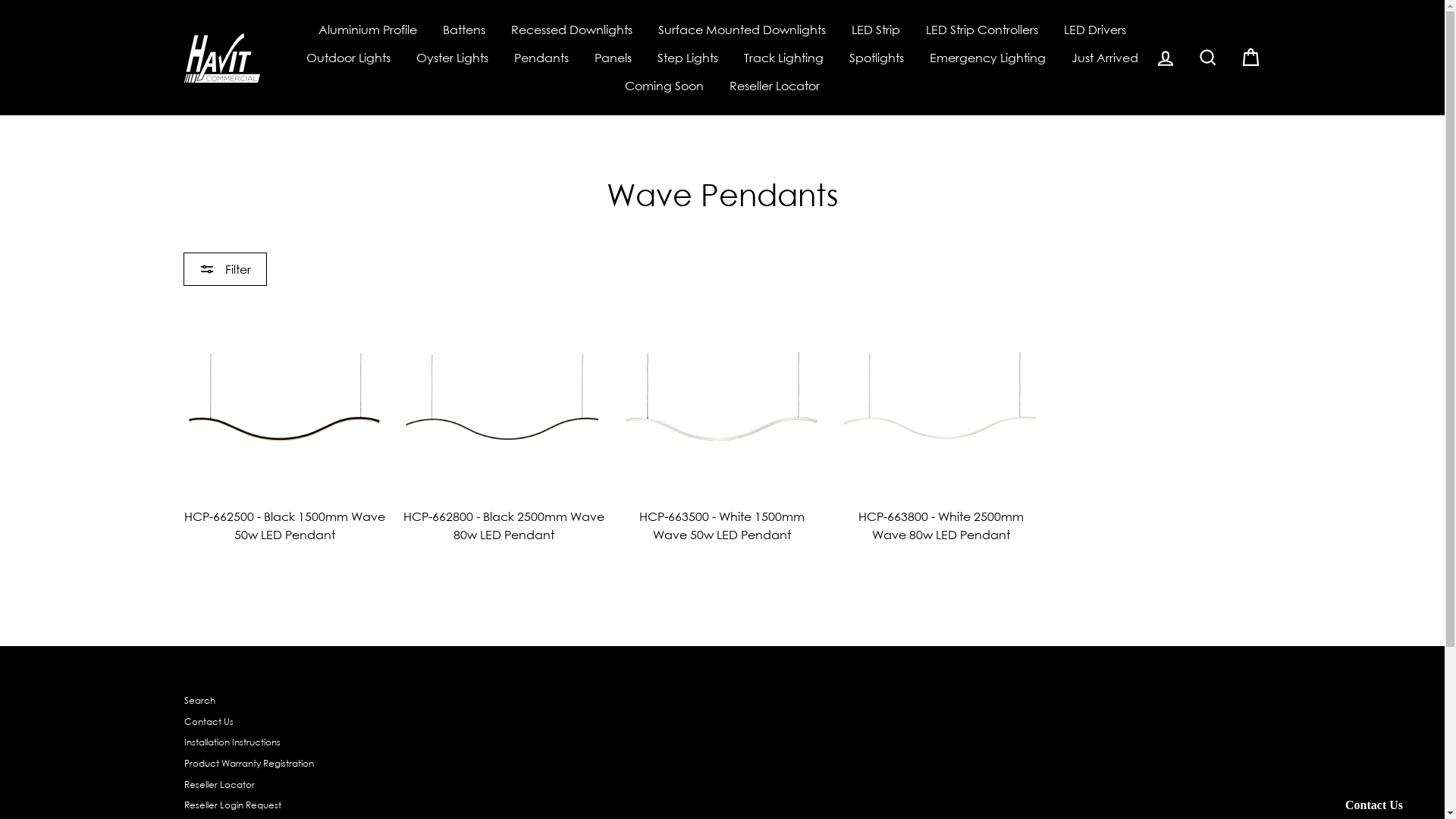 The height and width of the screenshot is (819, 1456). I want to click on 'Installation Instructions', so click(231, 742).